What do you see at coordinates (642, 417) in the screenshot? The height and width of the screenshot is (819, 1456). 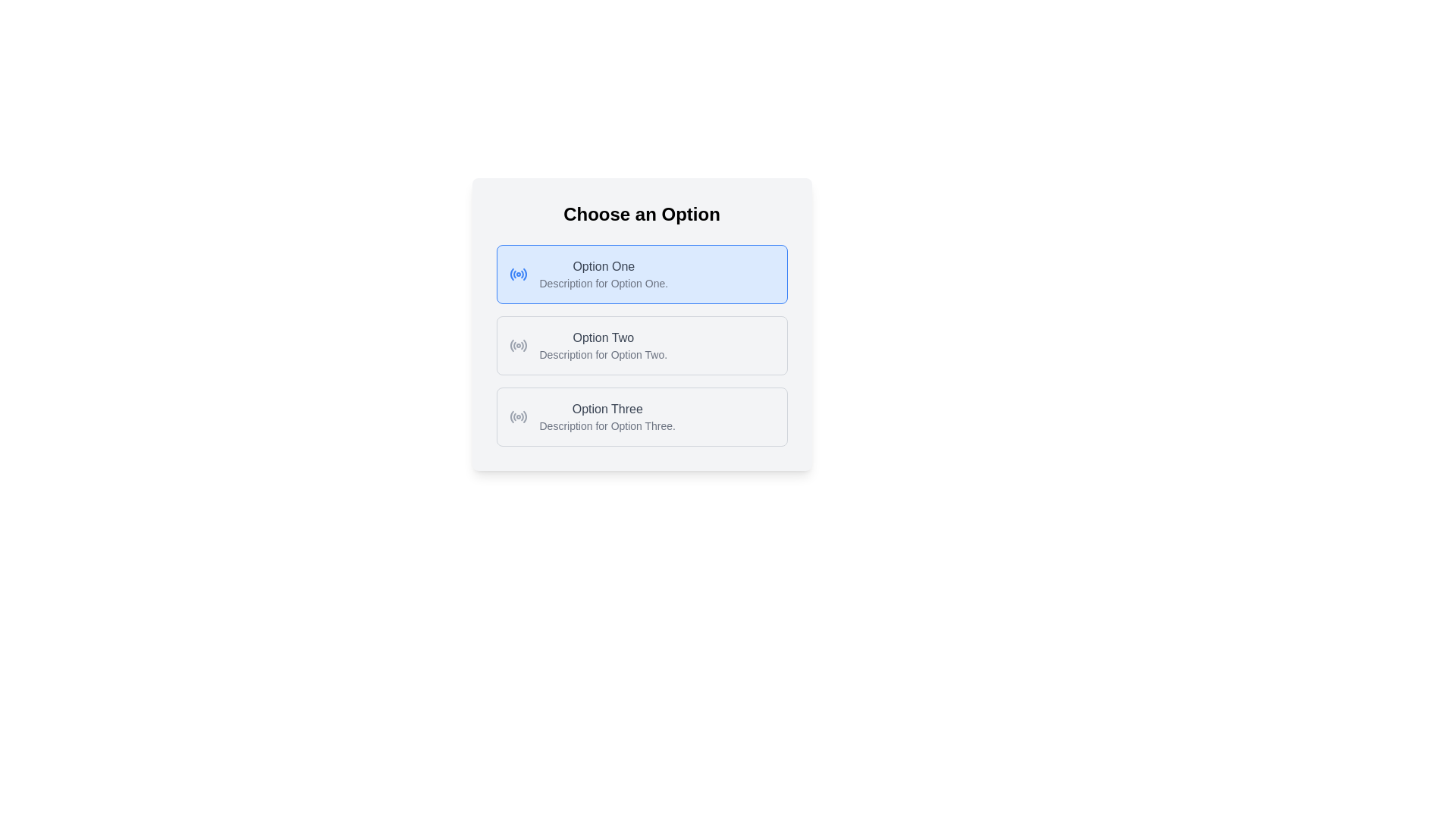 I see `the radio button labeled 'Option Three'` at bounding box center [642, 417].